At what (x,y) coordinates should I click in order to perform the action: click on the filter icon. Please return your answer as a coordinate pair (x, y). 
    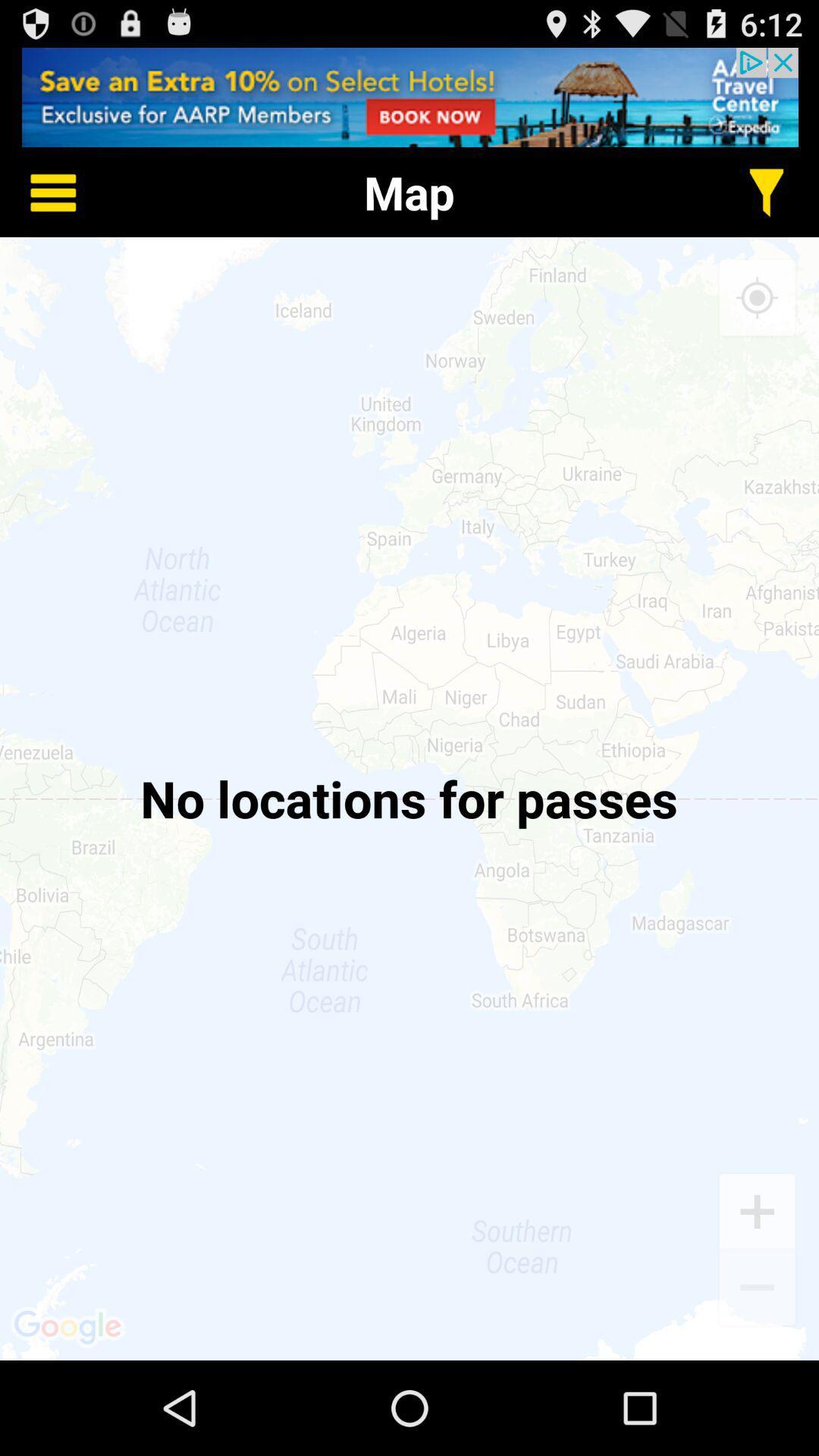
    Looking at the image, I should click on (776, 205).